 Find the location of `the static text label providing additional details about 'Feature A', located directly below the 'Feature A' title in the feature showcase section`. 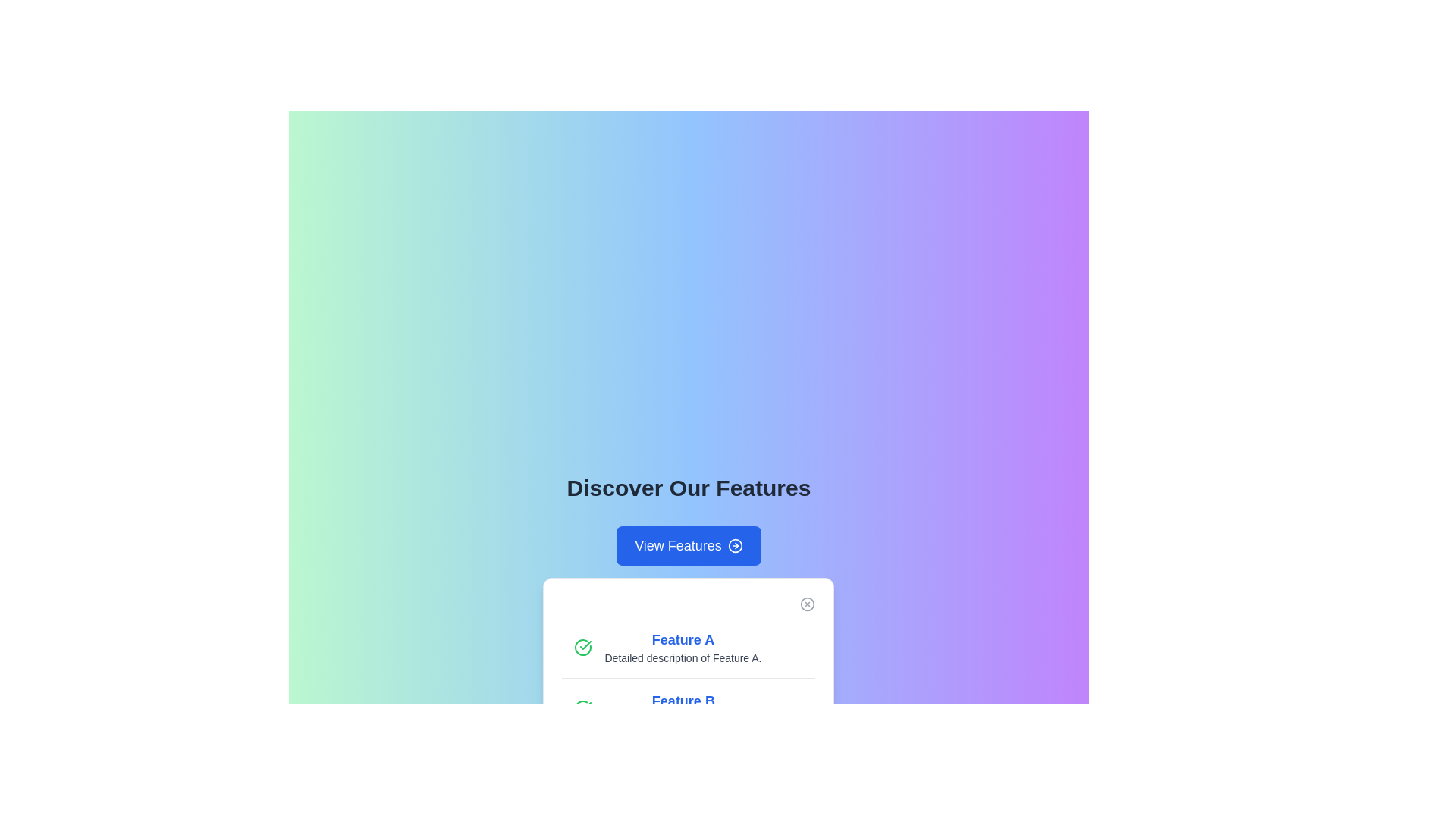

the static text label providing additional details about 'Feature A', located directly below the 'Feature A' title in the feature showcase section is located at coordinates (682, 657).